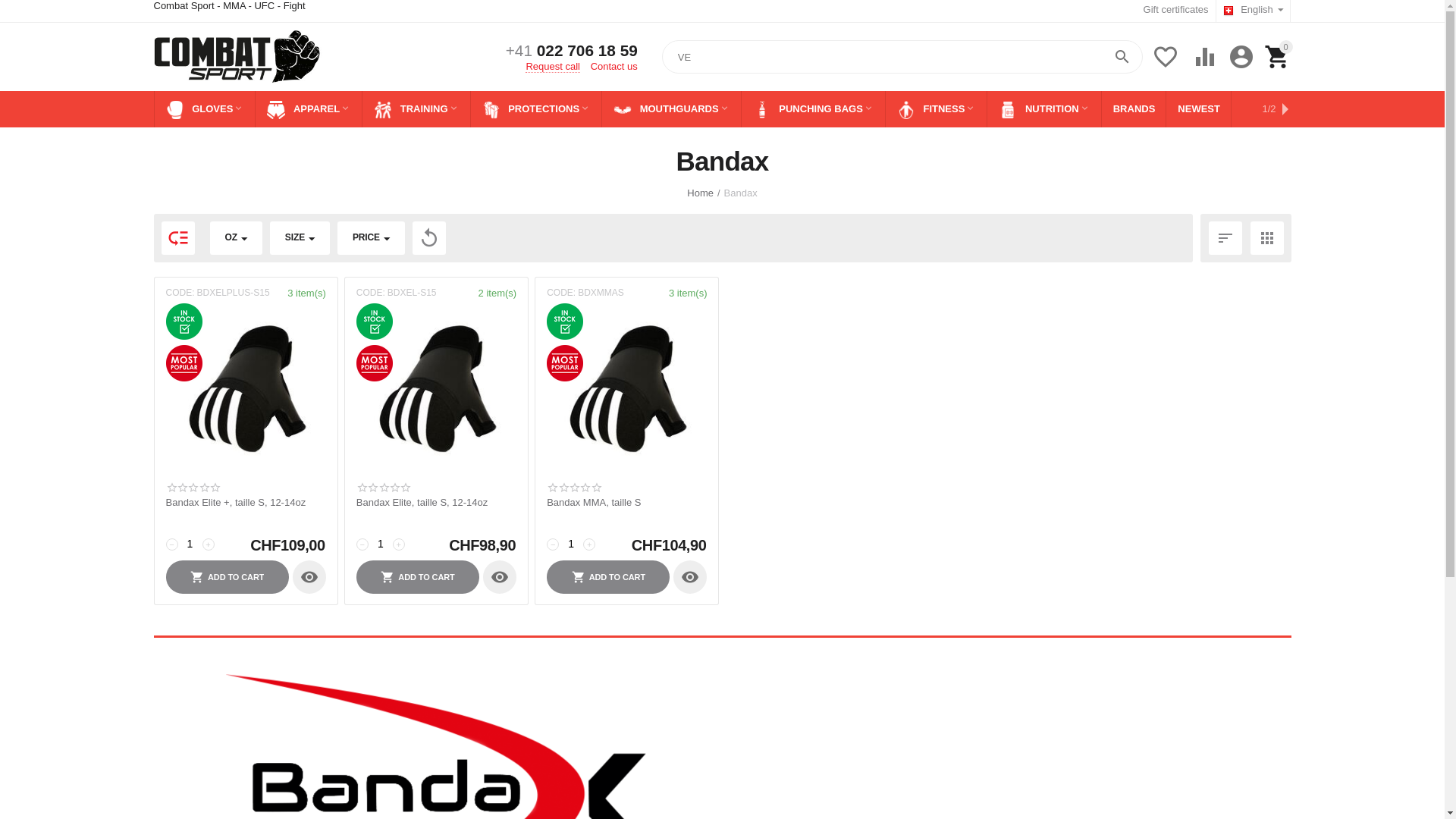 The width and height of the screenshot is (1456, 819). Describe the element at coordinates (435, 389) in the screenshot. I see `'BDXEL-S15-Bandax Elite, taille S, 12-14oz'` at that location.